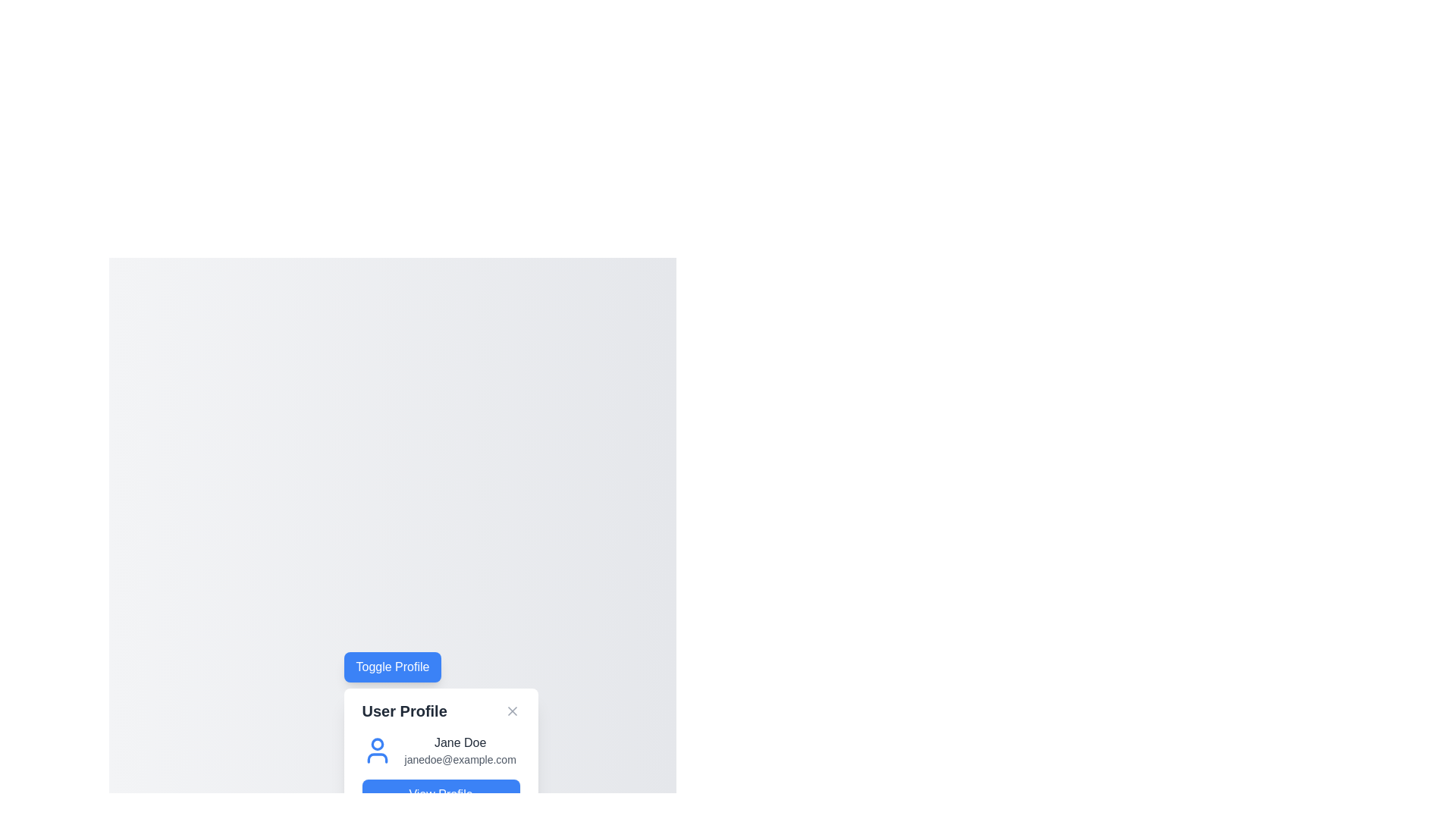 This screenshot has width=1456, height=819. What do you see at coordinates (512, 711) in the screenshot?
I see `the close button located at the top-right corner of the card` at bounding box center [512, 711].